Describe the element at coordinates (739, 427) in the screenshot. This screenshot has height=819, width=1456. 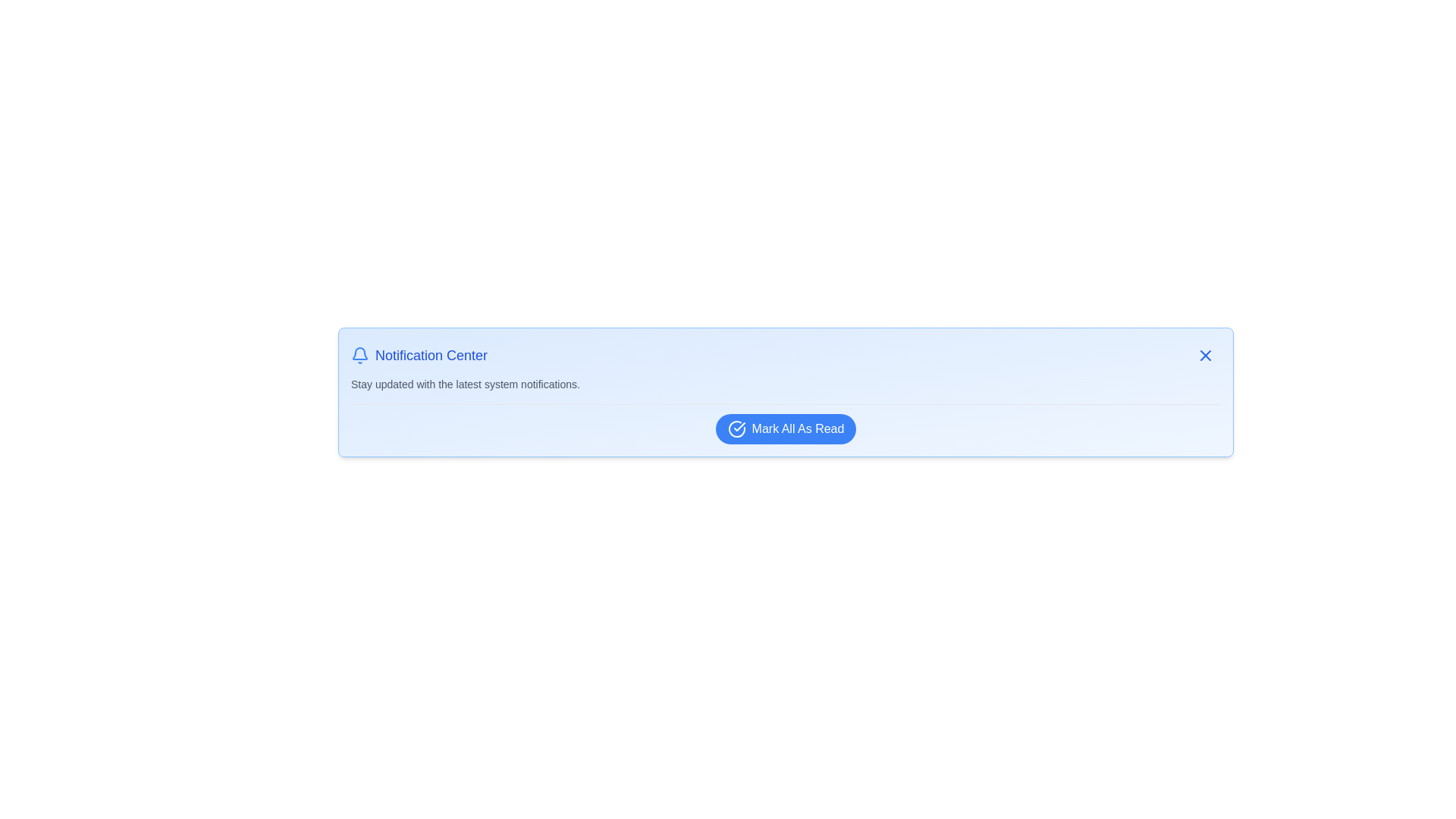
I see `the checkmark icon within the 'Mark All As Read' button, which is distinguished by a white stroke on a blue background and is located in the middle-right of the notification panel` at that location.